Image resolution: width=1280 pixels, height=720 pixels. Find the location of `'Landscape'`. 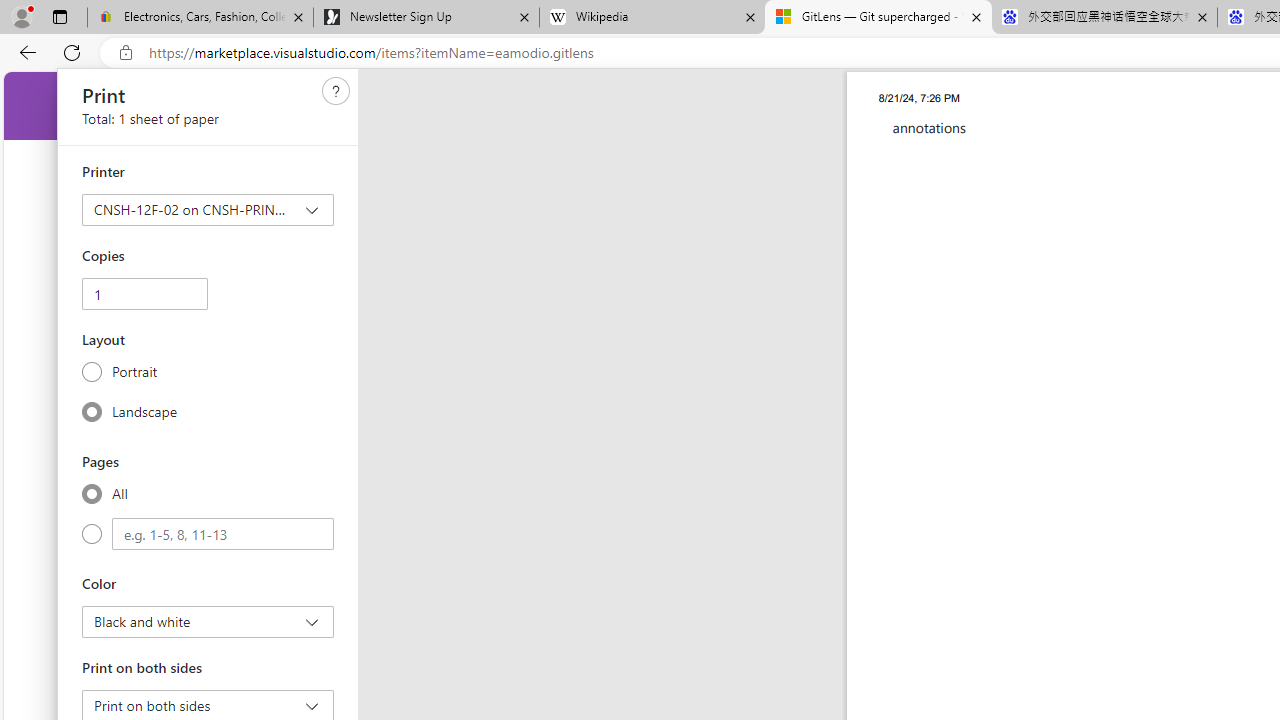

'Landscape' is located at coordinates (91, 410).